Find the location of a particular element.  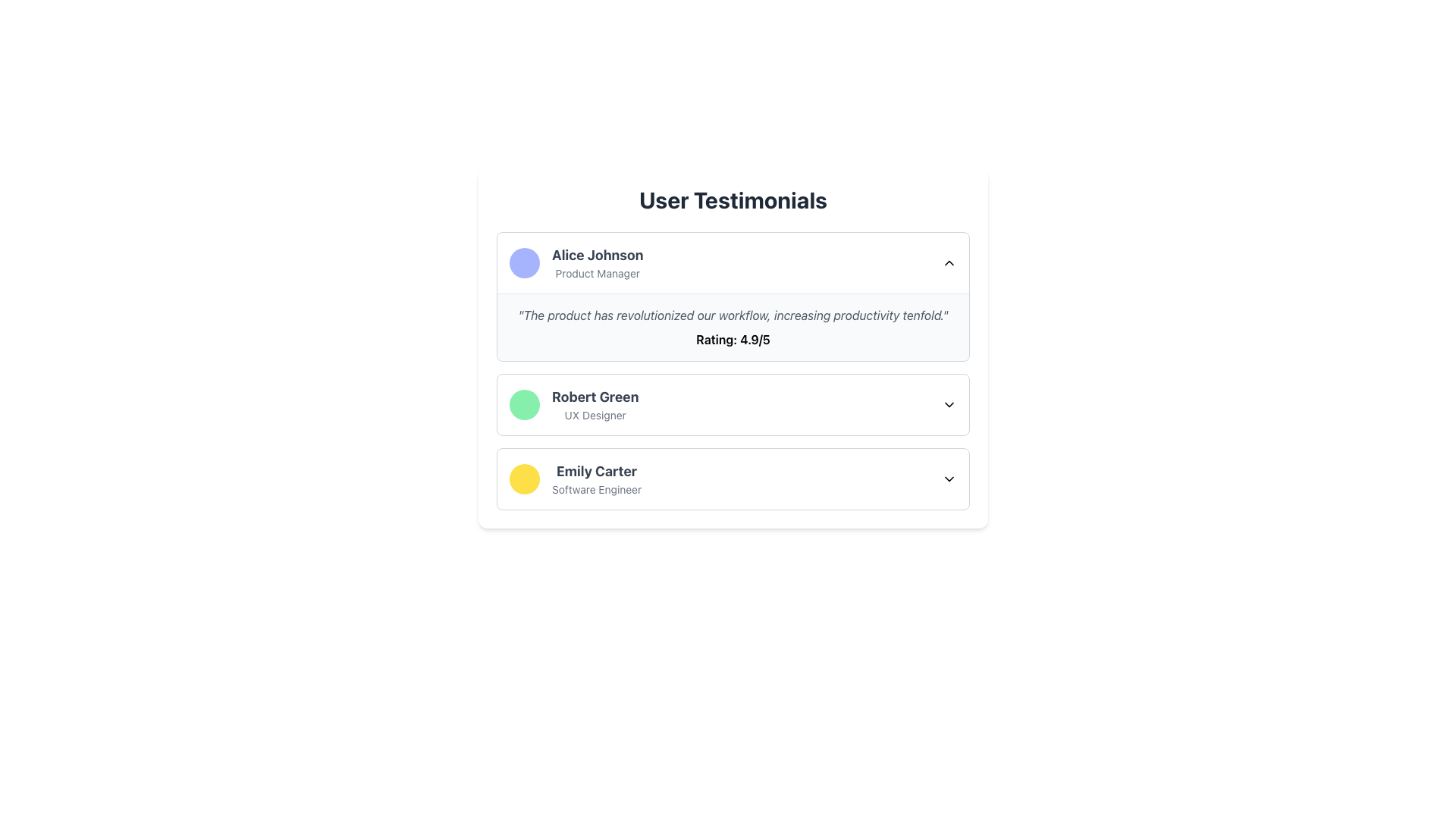

the text block displaying 'Robert Green' and 'UX Designer', located in the middle section of the testimonial list, adjacent to a circular green icon on the left is located at coordinates (595, 403).